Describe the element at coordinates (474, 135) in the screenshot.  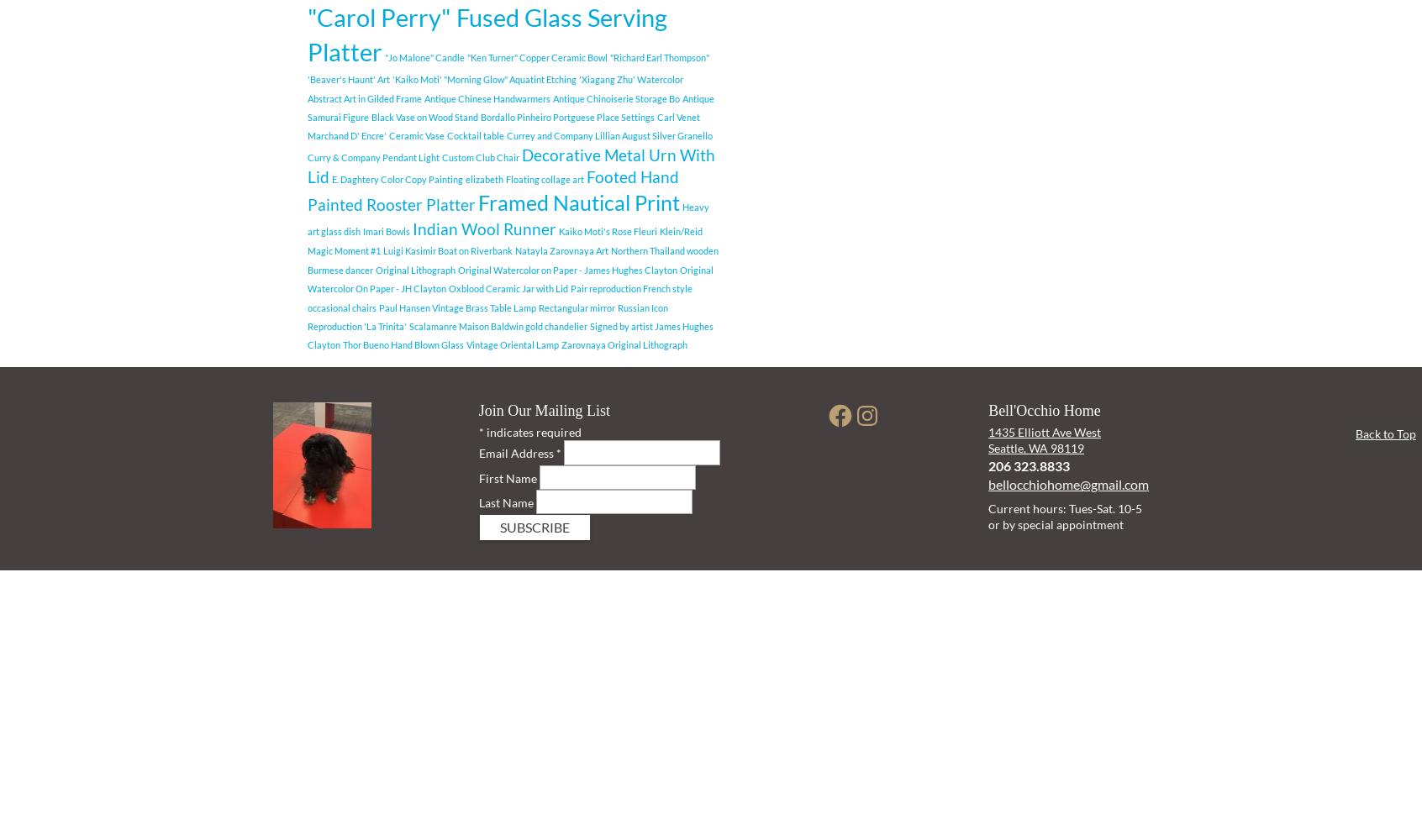
I see `'Cocktail table'` at that location.